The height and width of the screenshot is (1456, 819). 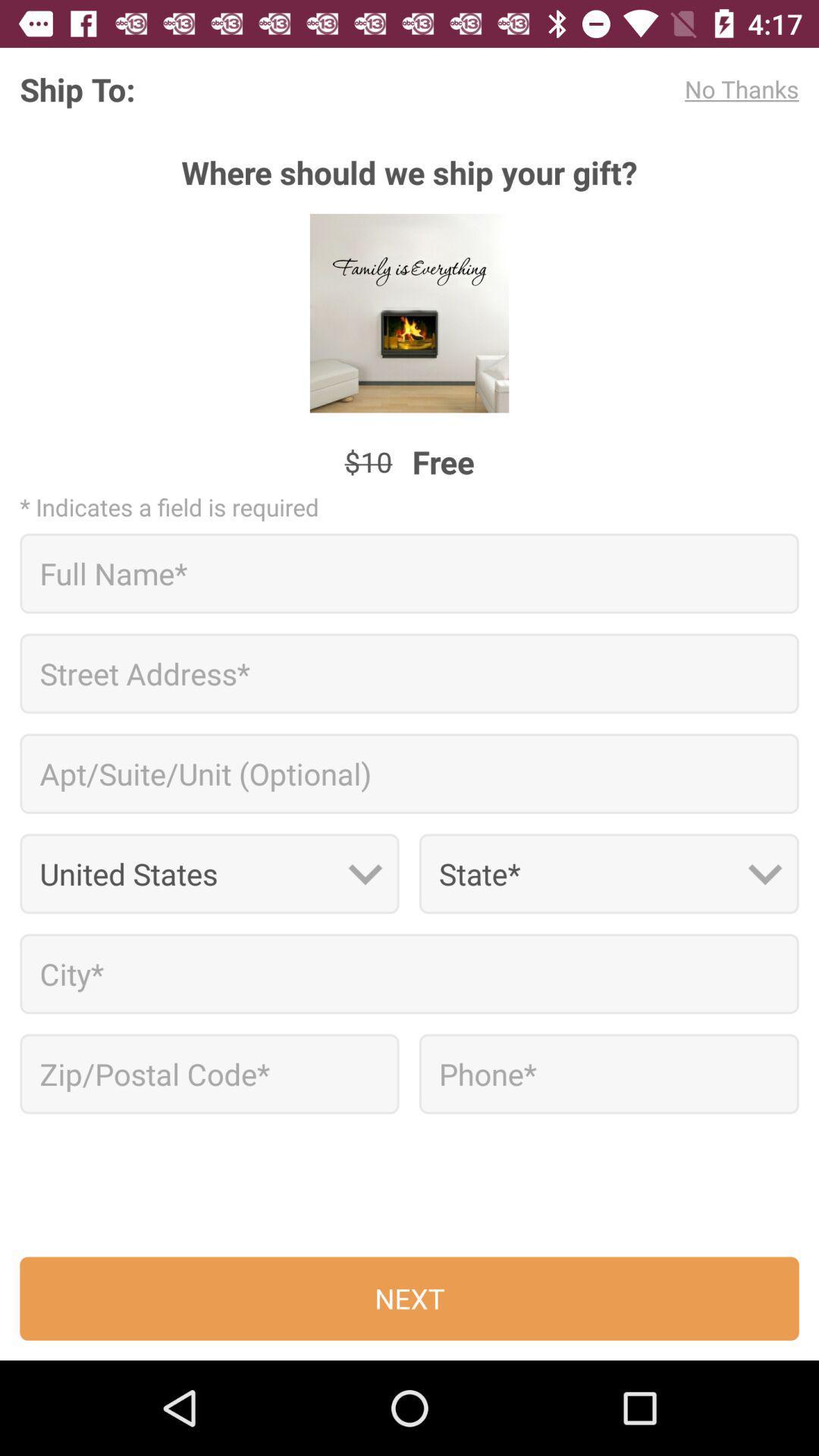 I want to click on the city text field above postal code text field, so click(x=409, y=974).